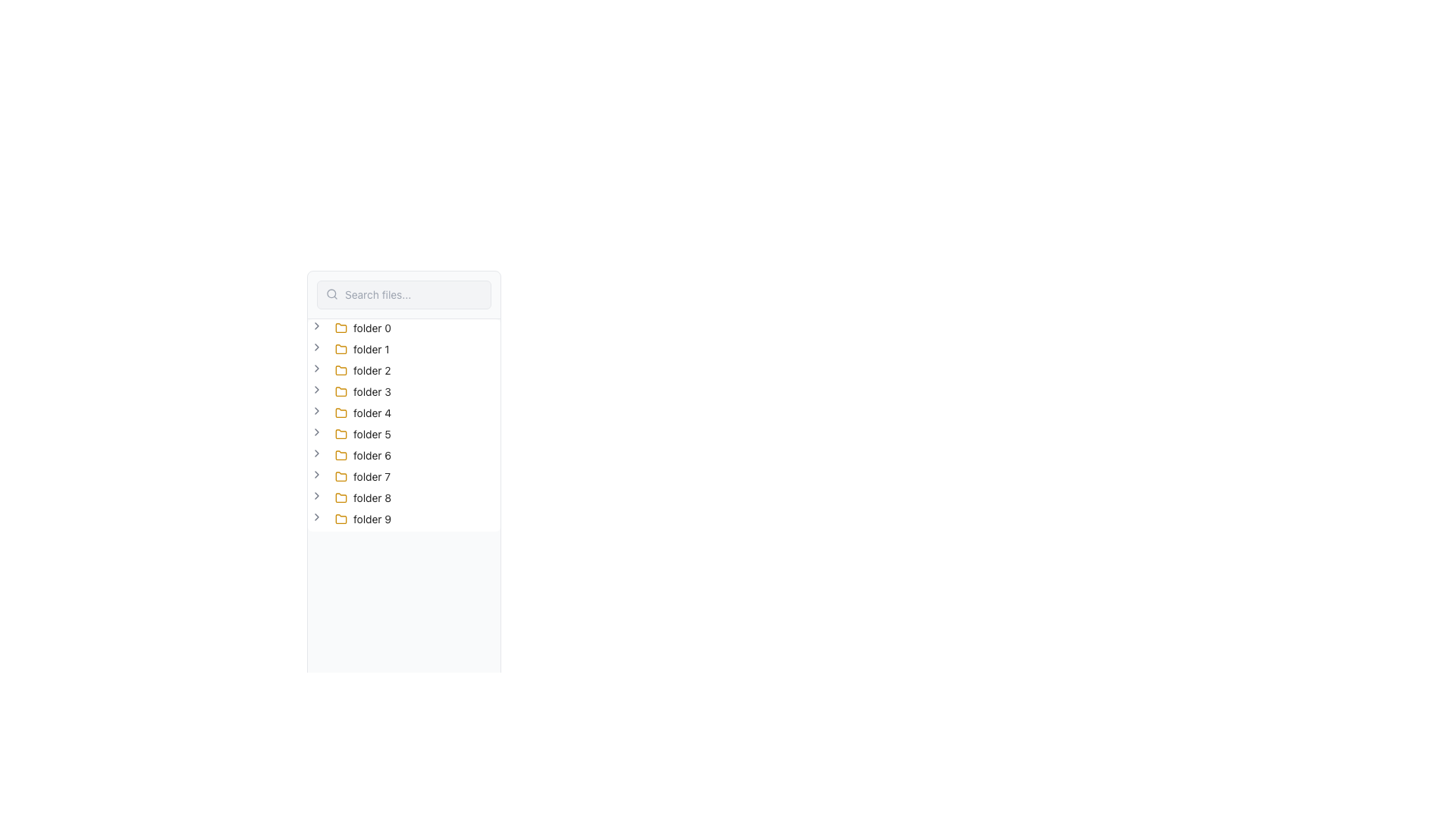 The image size is (1456, 819). Describe the element at coordinates (315, 350) in the screenshot. I see `the toggle control located to the left of the 'folder 1' label` at that location.